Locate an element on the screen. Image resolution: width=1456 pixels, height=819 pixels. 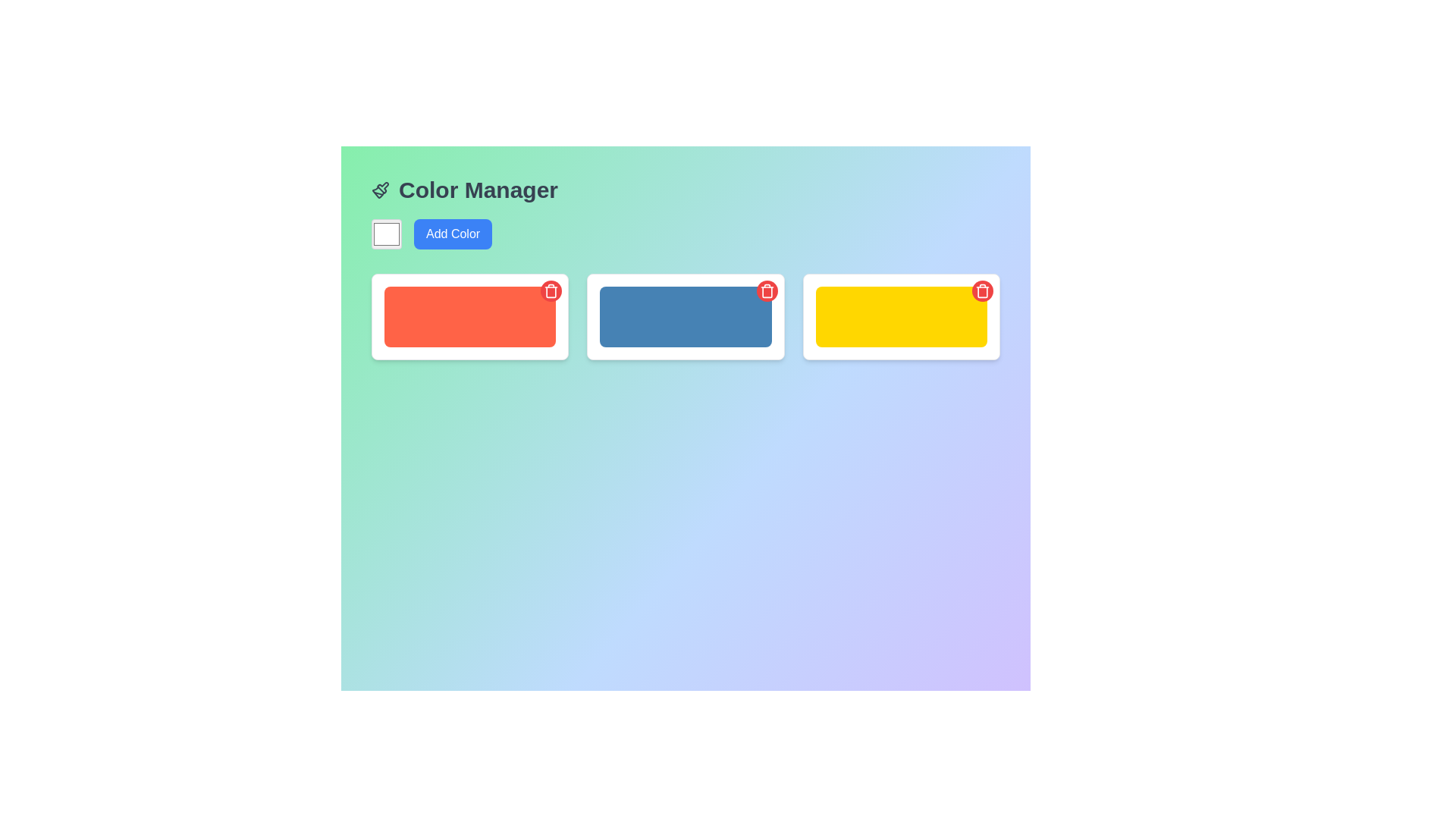
the deletion button located in the top-right corner of the last yellow card is located at coordinates (983, 291).